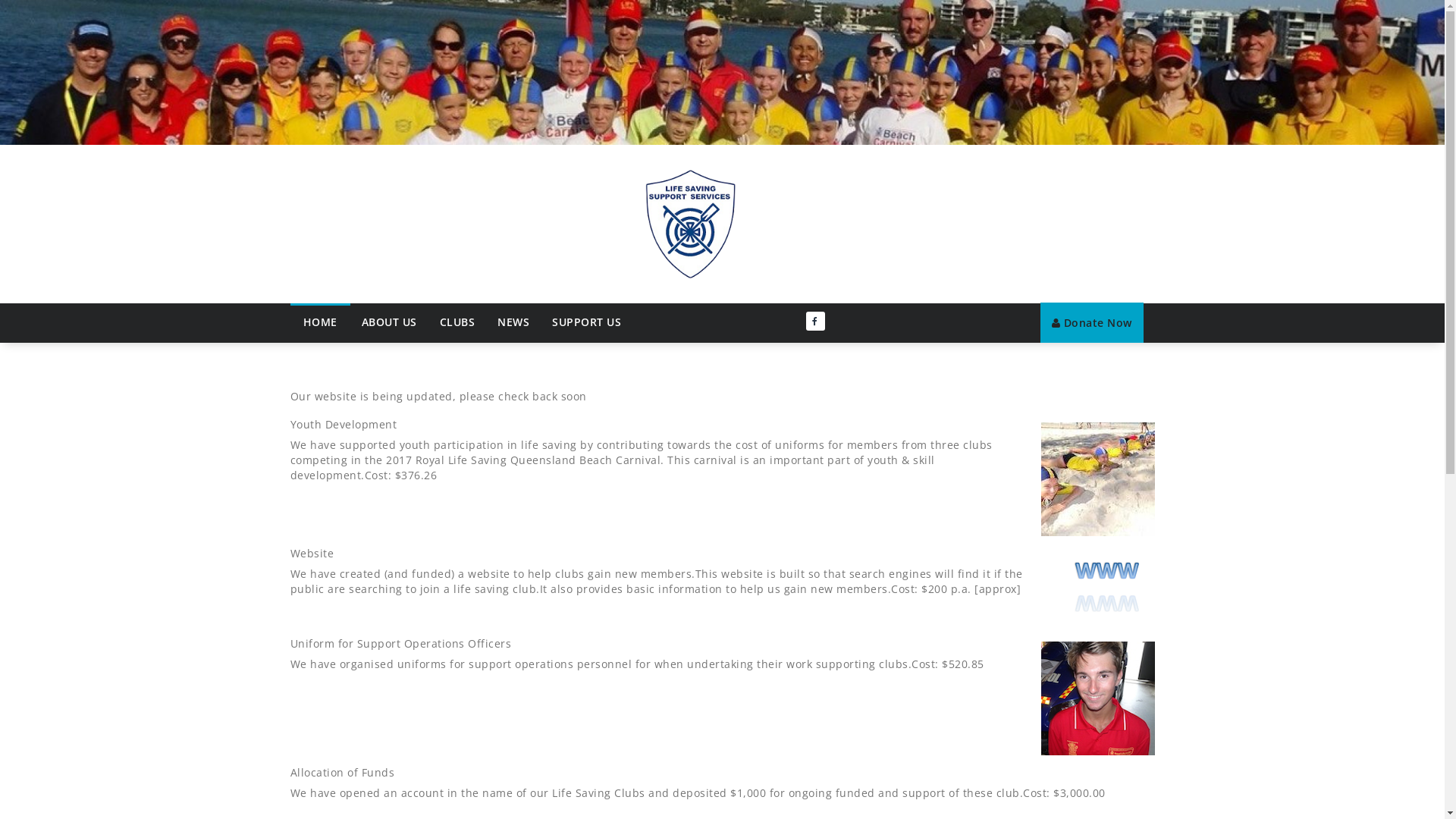 The image size is (1456, 819). I want to click on 'ABOUT US', so click(389, 321).